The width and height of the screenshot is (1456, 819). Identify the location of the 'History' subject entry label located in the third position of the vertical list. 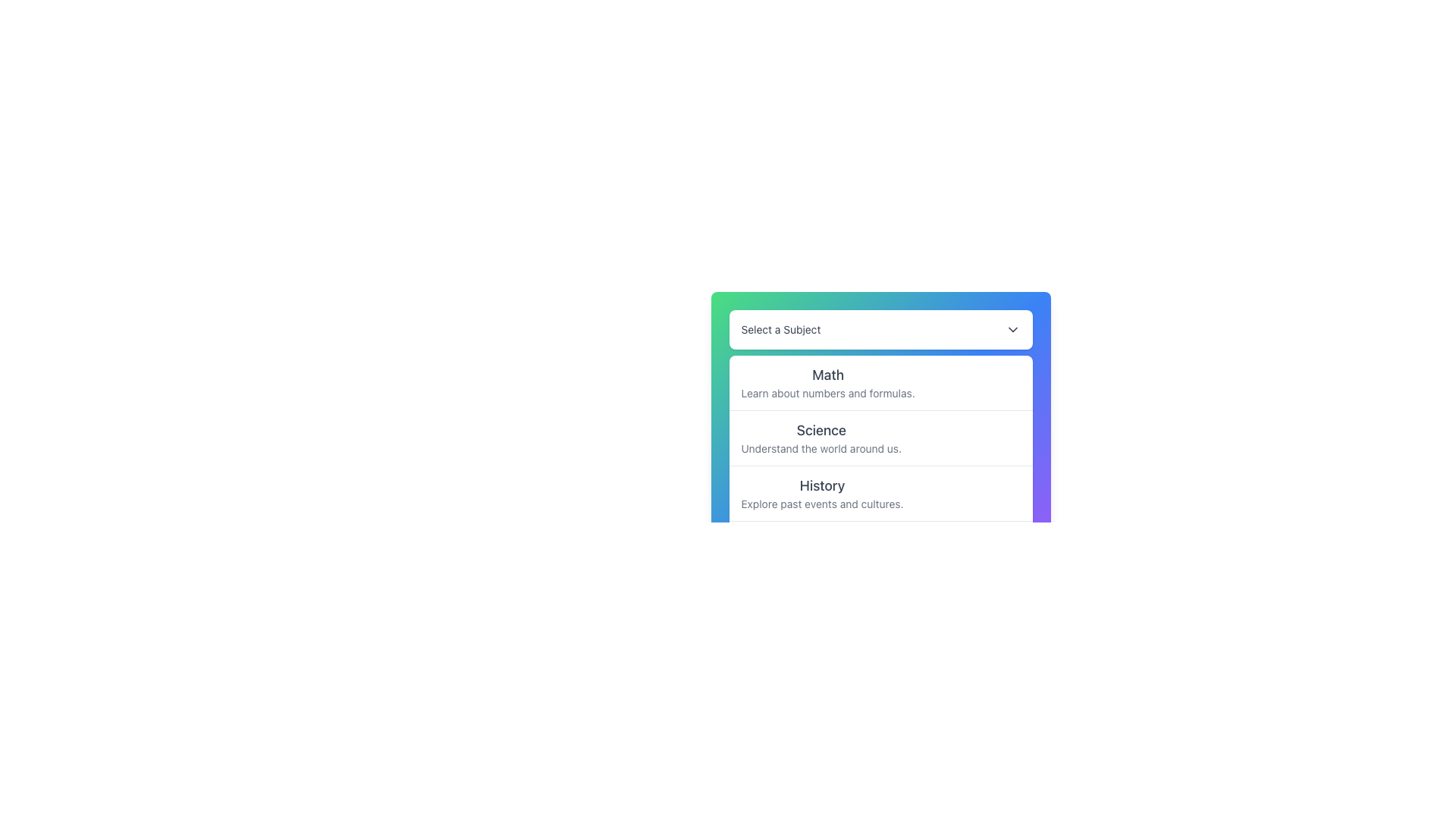
(821, 485).